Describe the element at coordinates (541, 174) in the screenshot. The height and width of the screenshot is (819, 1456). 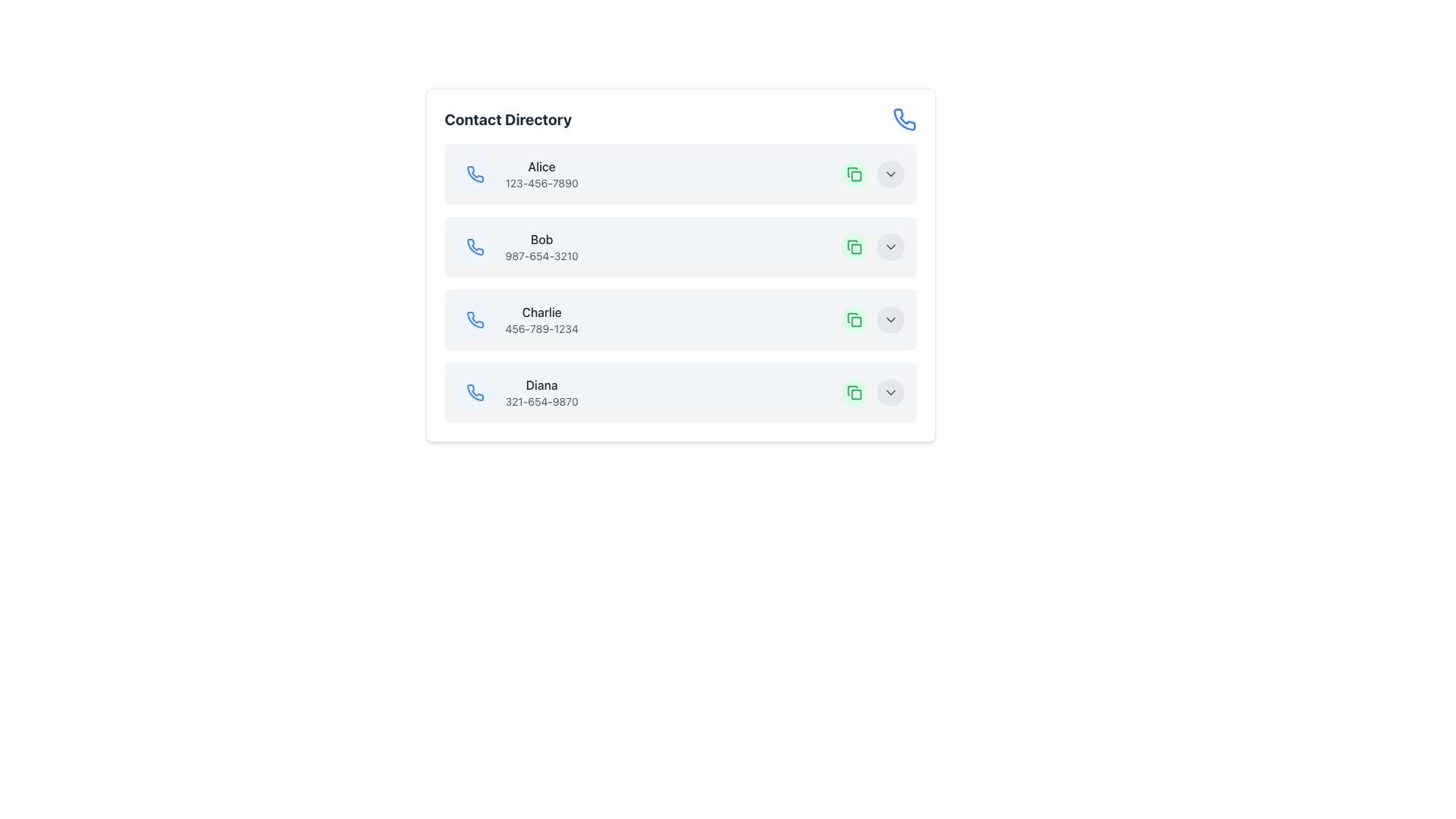
I see `the Text display element that shows the name 'Alice' and phone number '123-456-7890' in the contact list` at that location.